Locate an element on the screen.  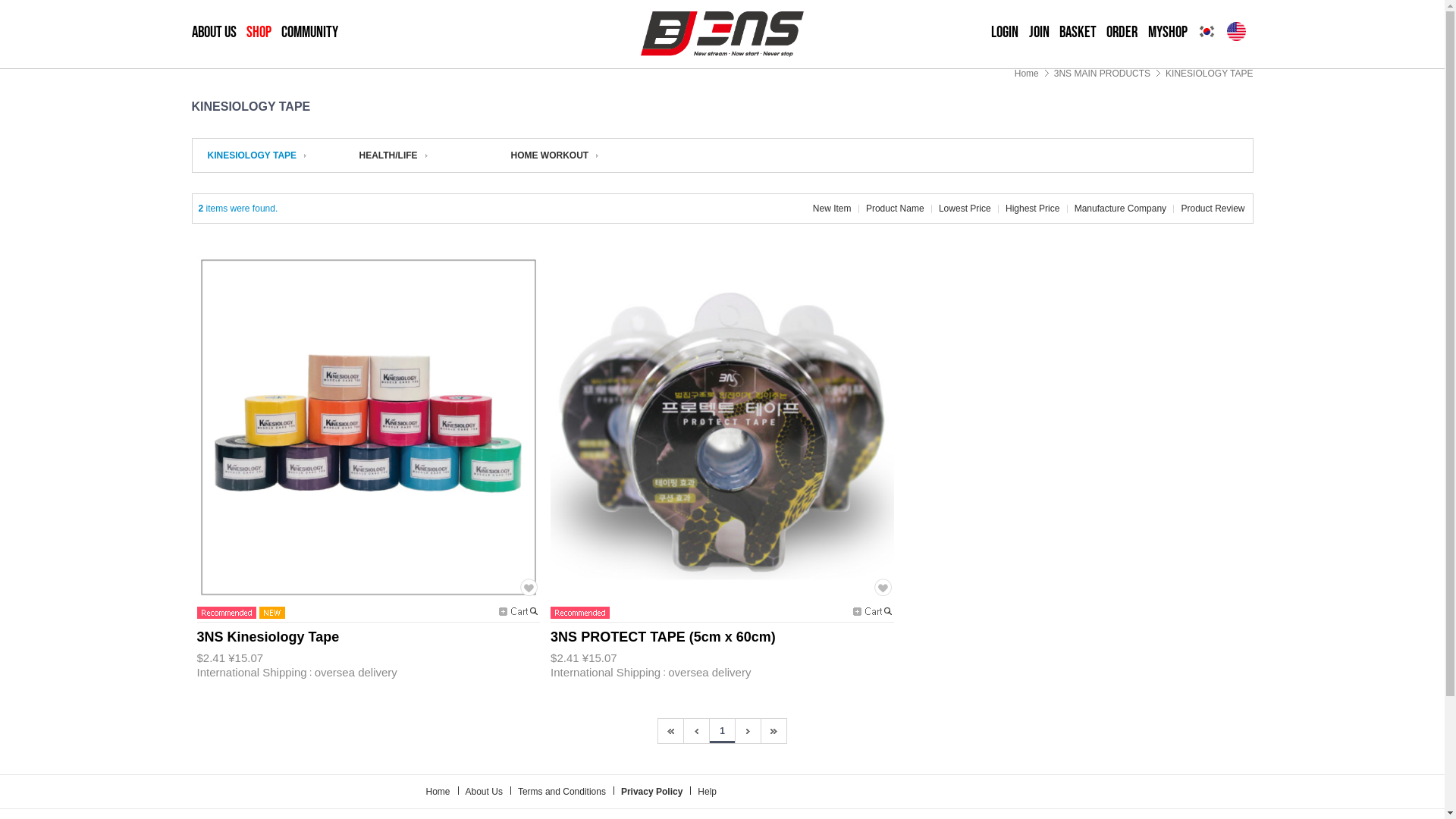
'HOME WORKOUT' is located at coordinates (510, 155).